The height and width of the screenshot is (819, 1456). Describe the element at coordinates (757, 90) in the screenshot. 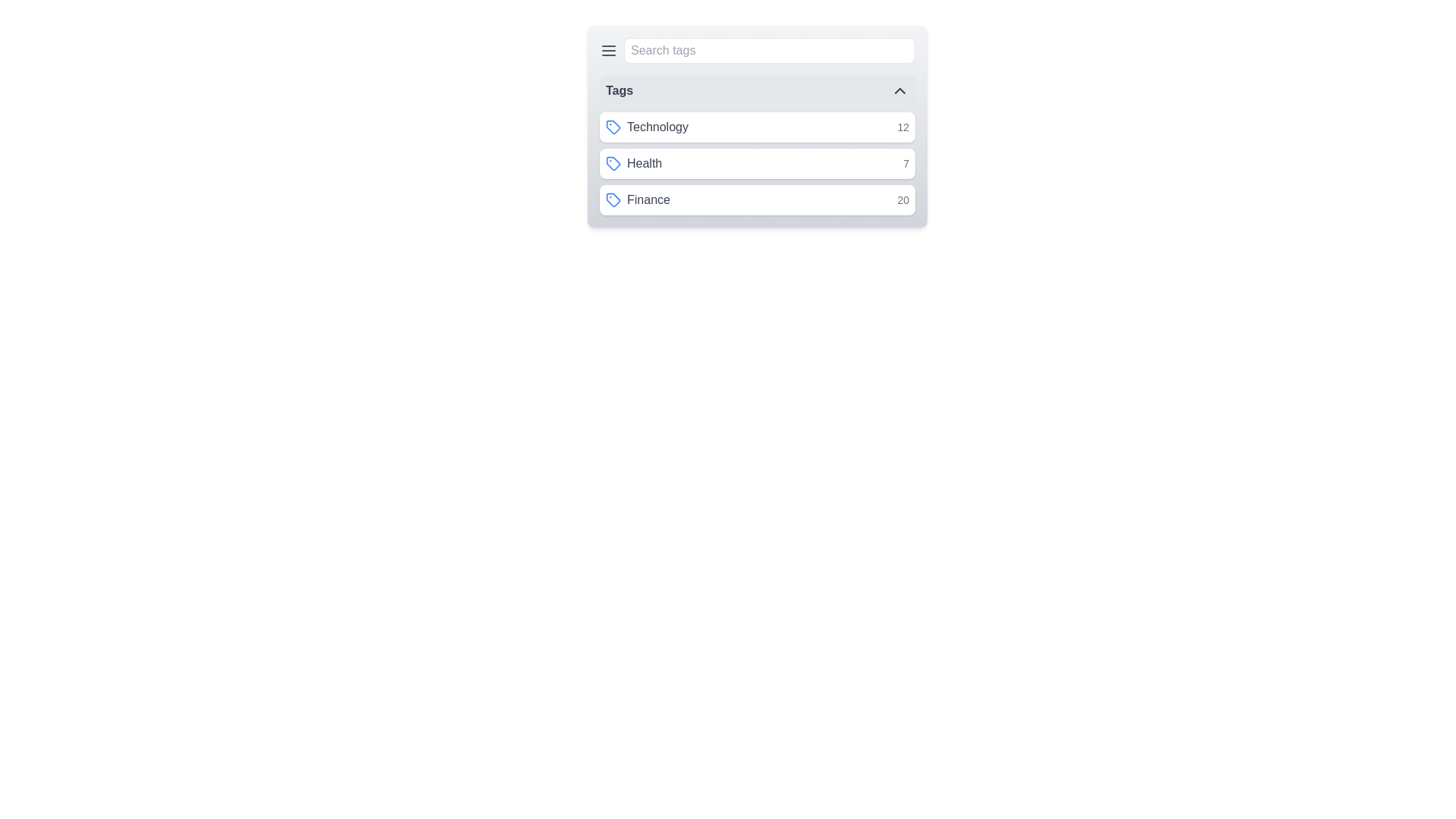

I see `the 'Tags' button to toggle the menu` at that location.